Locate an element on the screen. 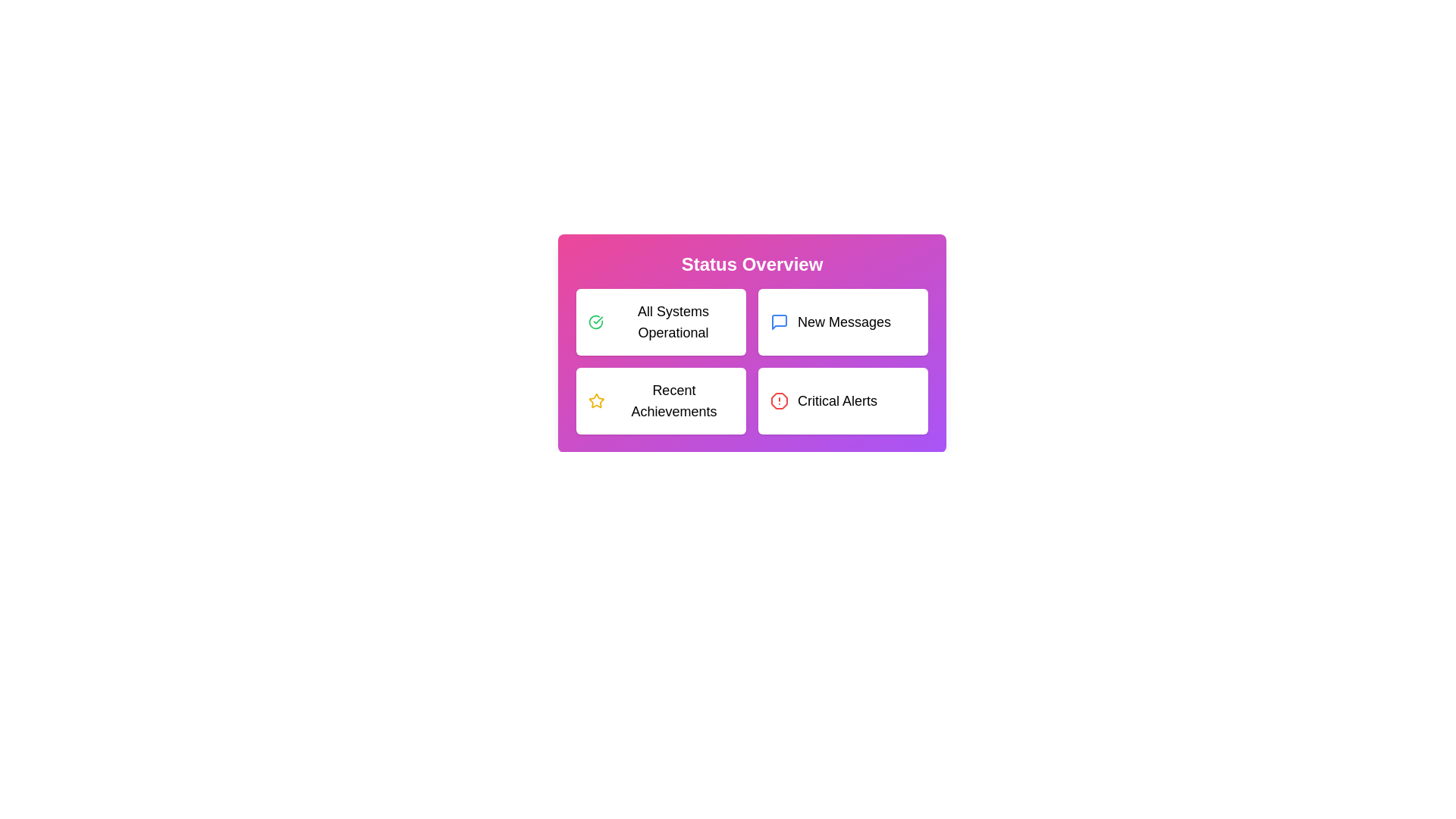 The image size is (1456, 819). the green circular icon with a checkmark symbol located in the top left of the 'Status Overview' section, representing 'All Systems Operational.' is located at coordinates (595, 321).